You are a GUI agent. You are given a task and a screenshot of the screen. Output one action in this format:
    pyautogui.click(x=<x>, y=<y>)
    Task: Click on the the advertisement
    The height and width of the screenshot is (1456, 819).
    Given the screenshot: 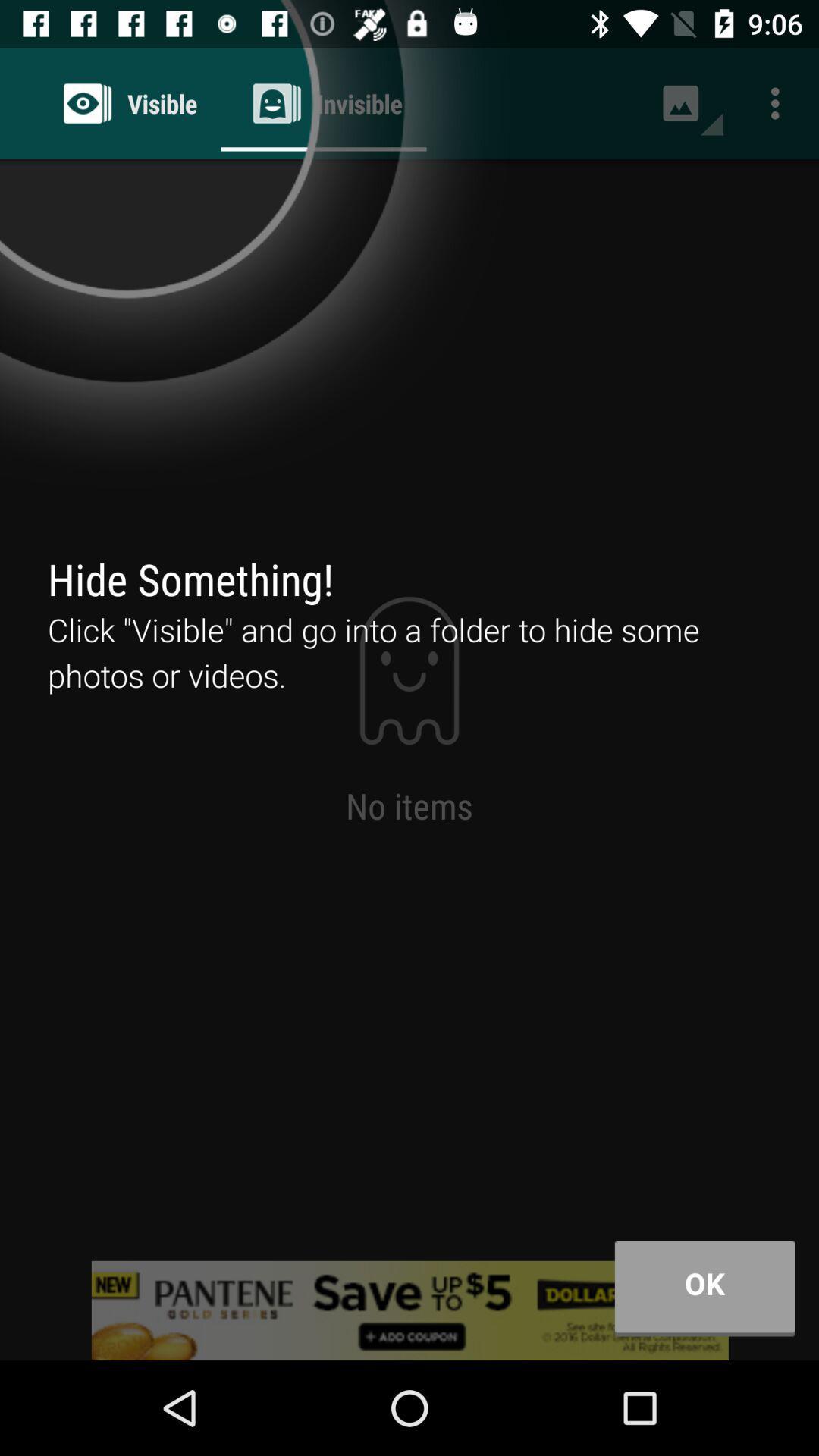 What is the action you would take?
    pyautogui.click(x=409, y=1310)
    